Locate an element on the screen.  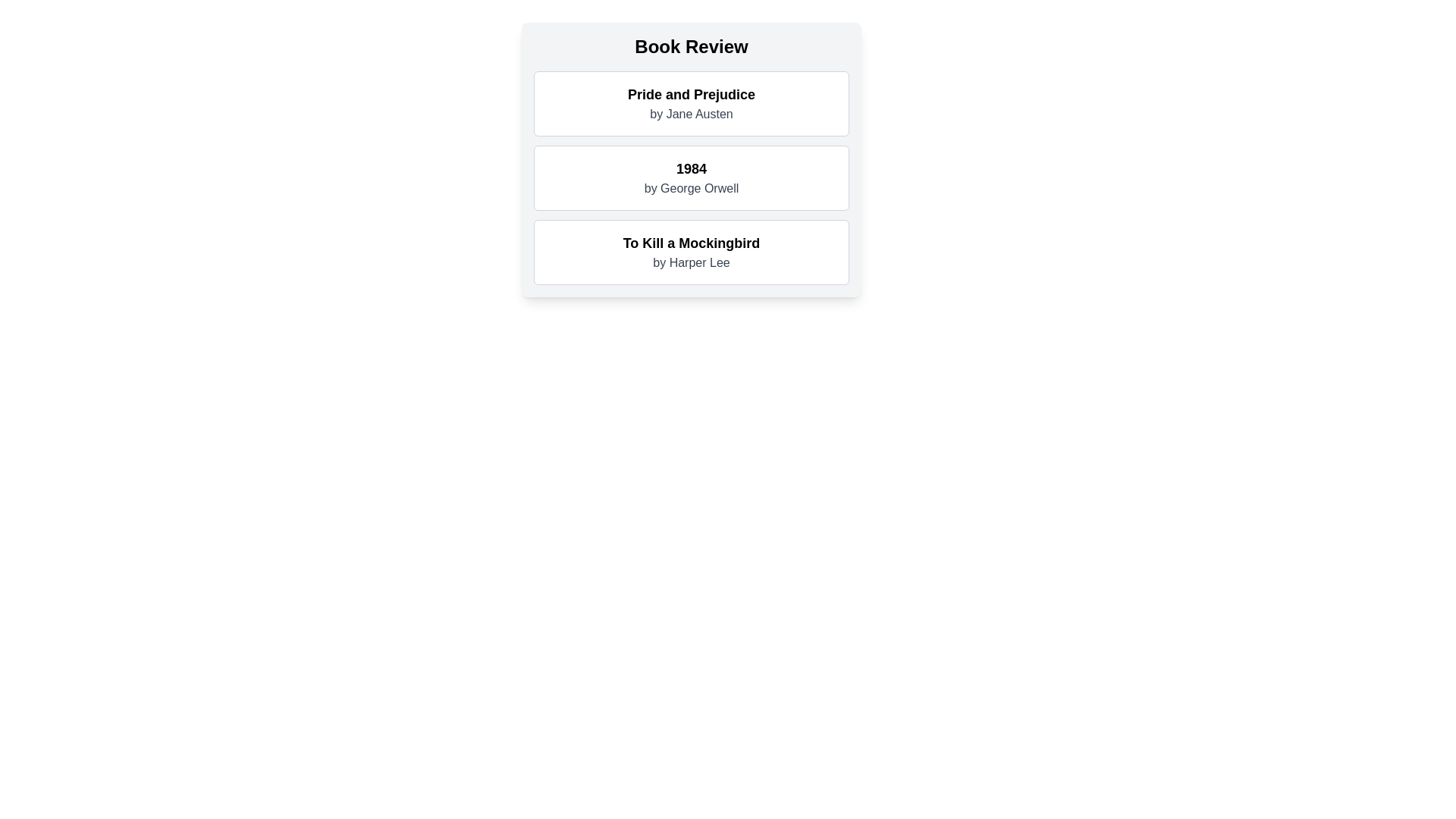
the third Text display card in the vertical list, which displays a book entry, positioned below '1984 by George Orwell' is located at coordinates (691, 251).